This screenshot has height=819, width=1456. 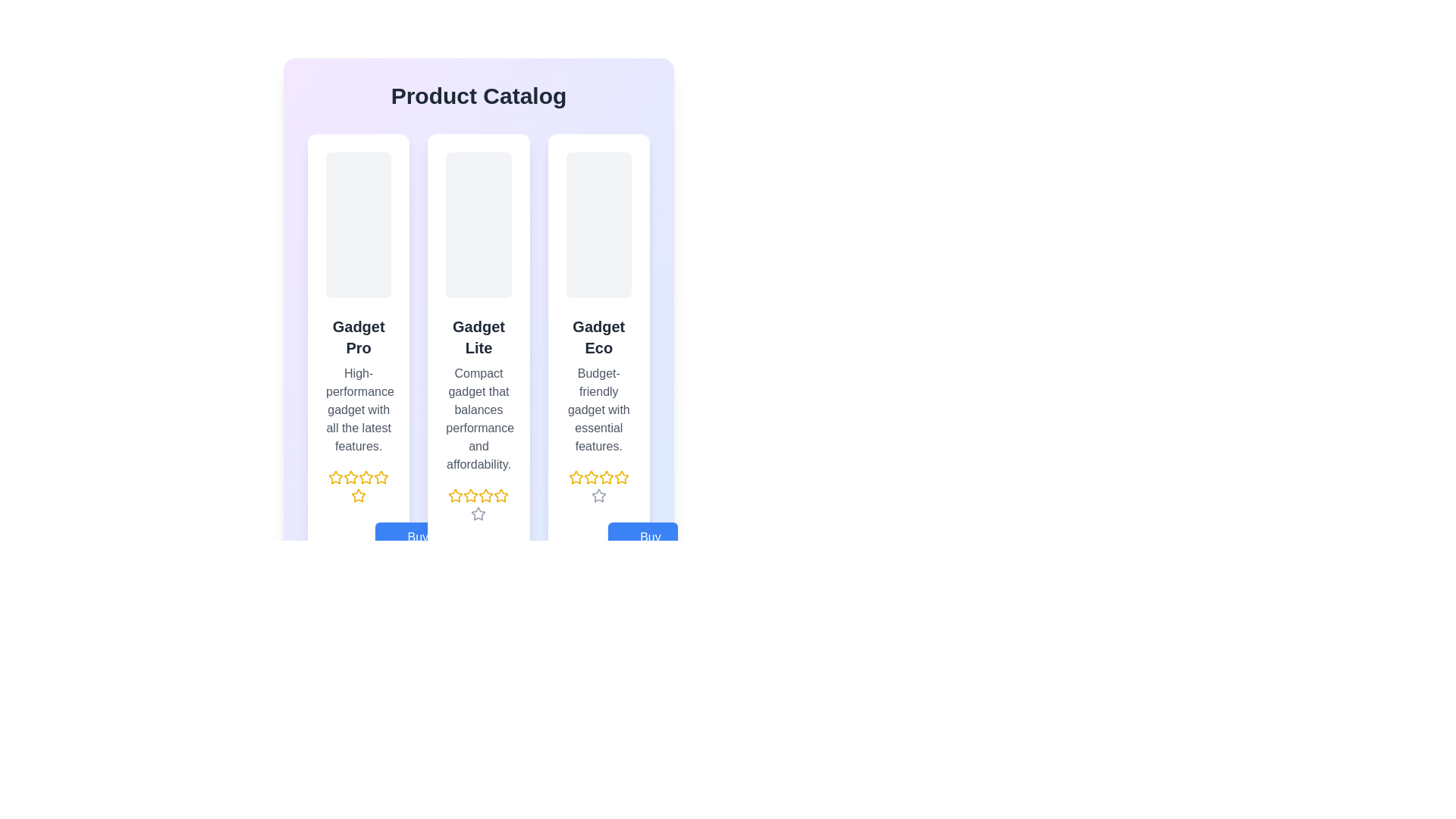 What do you see at coordinates (470, 495) in the screenshot?
I see `the third star icon in the rating section under the product 'Gadget Lite'` at bounding box center [470, 495].